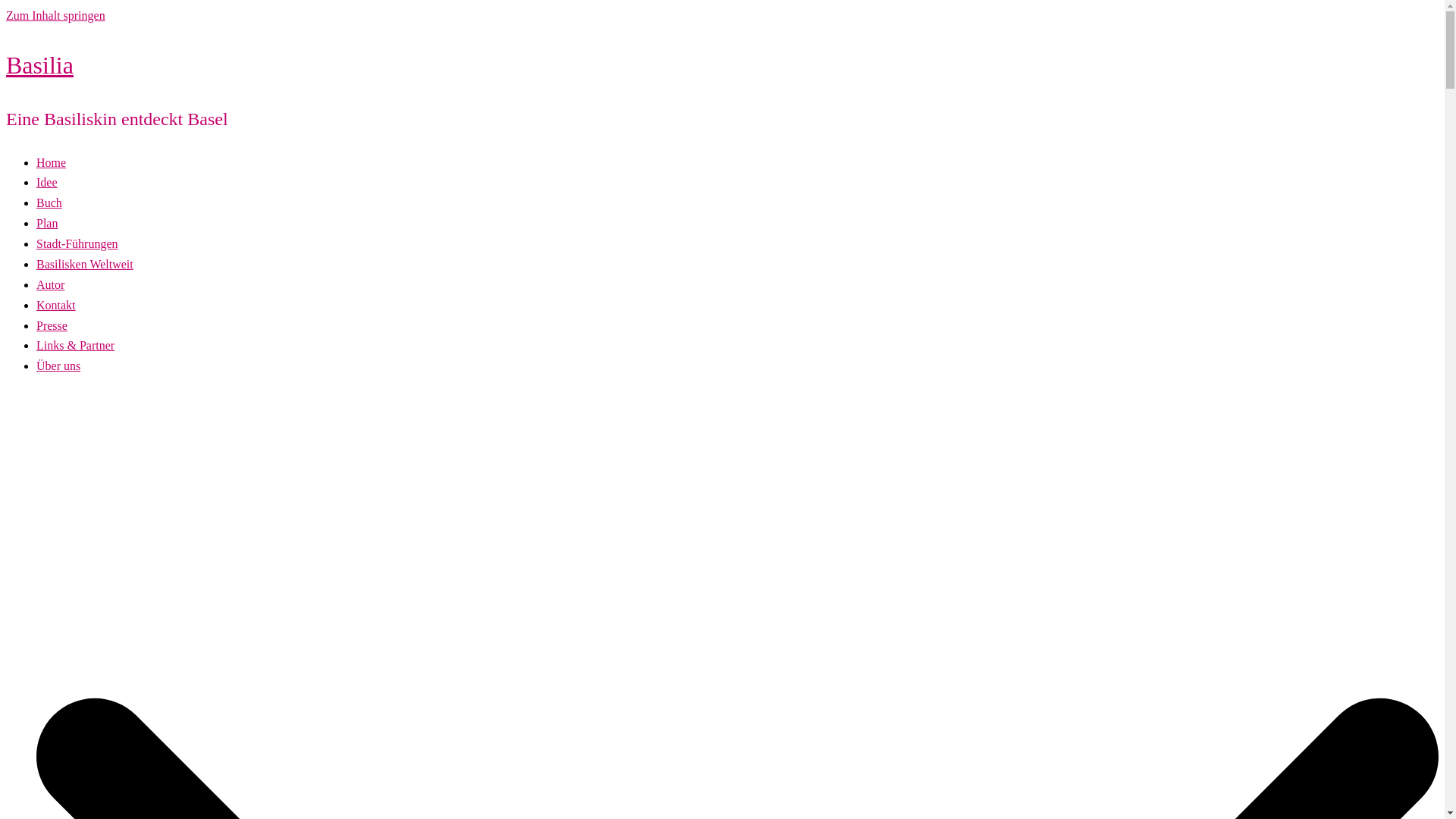 The width and height of the screenshot is (1456, 819). Describe the element at coordinates (51, 162) in the screenshot. I see `'Home'` at that location.